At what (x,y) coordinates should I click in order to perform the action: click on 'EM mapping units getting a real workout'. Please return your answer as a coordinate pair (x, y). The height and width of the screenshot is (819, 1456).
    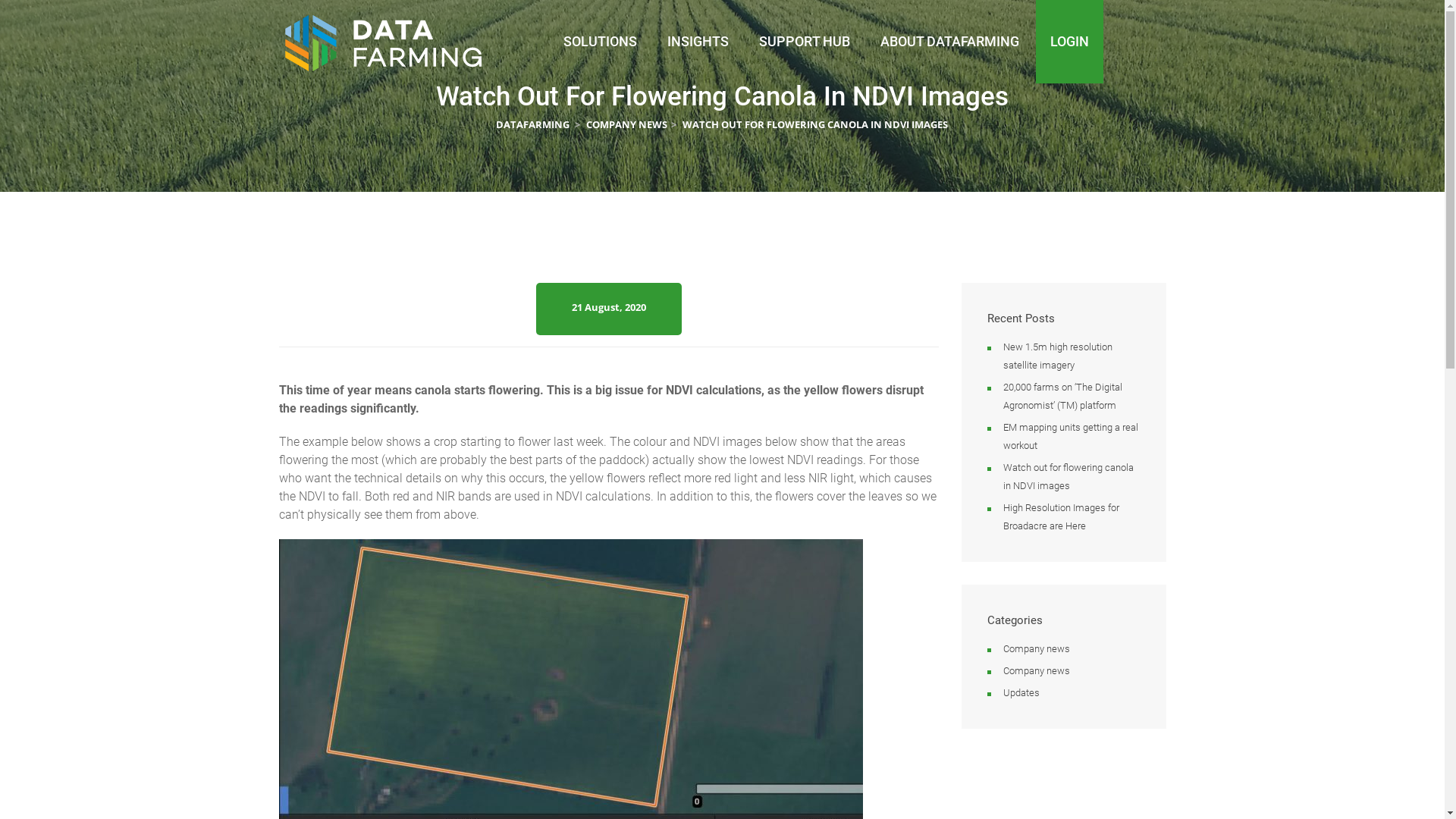
    Looking at the image, I should click on (1069, 436).